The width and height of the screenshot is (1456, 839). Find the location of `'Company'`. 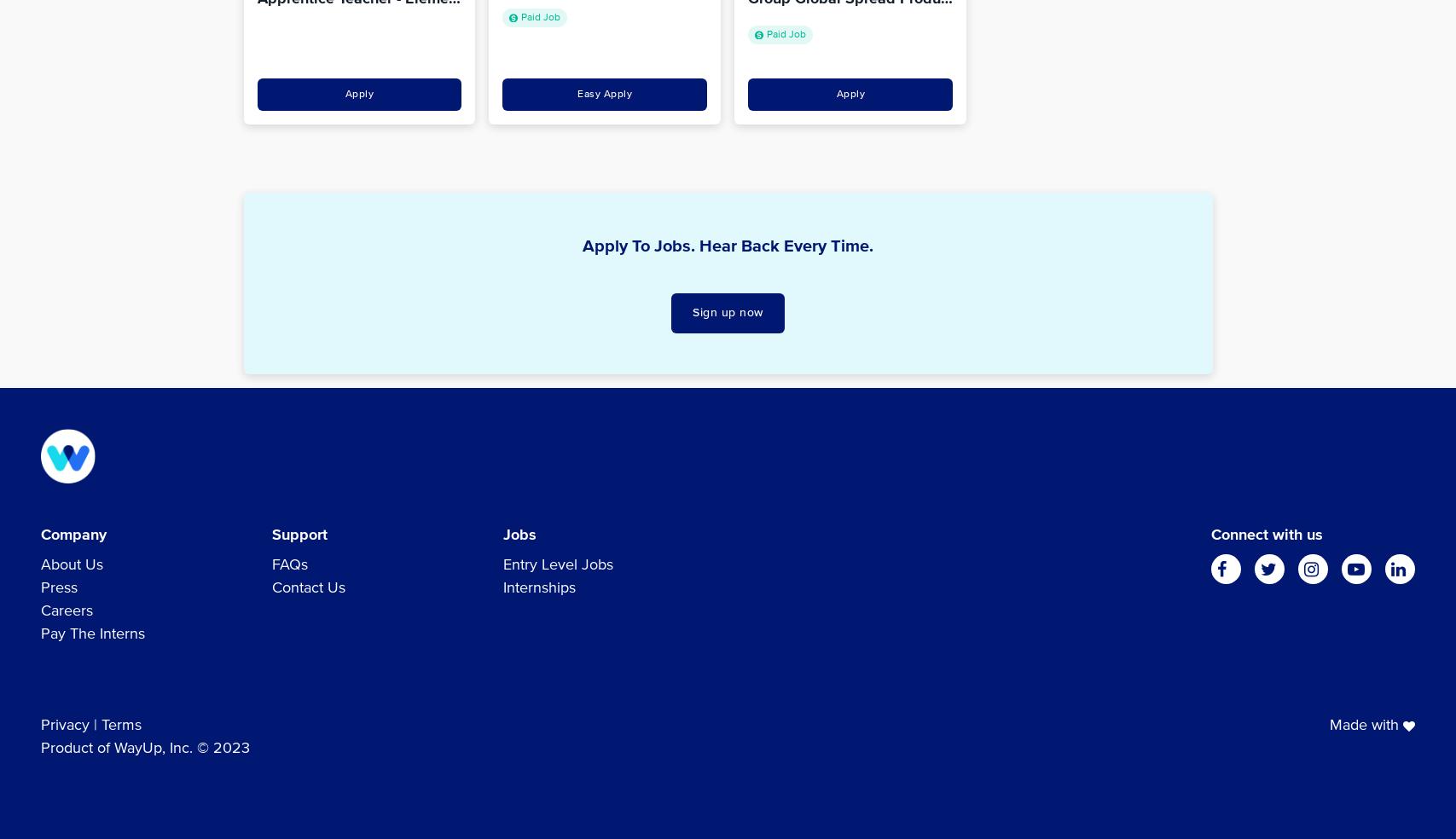

'Company' is located at coordinates (73, 535).